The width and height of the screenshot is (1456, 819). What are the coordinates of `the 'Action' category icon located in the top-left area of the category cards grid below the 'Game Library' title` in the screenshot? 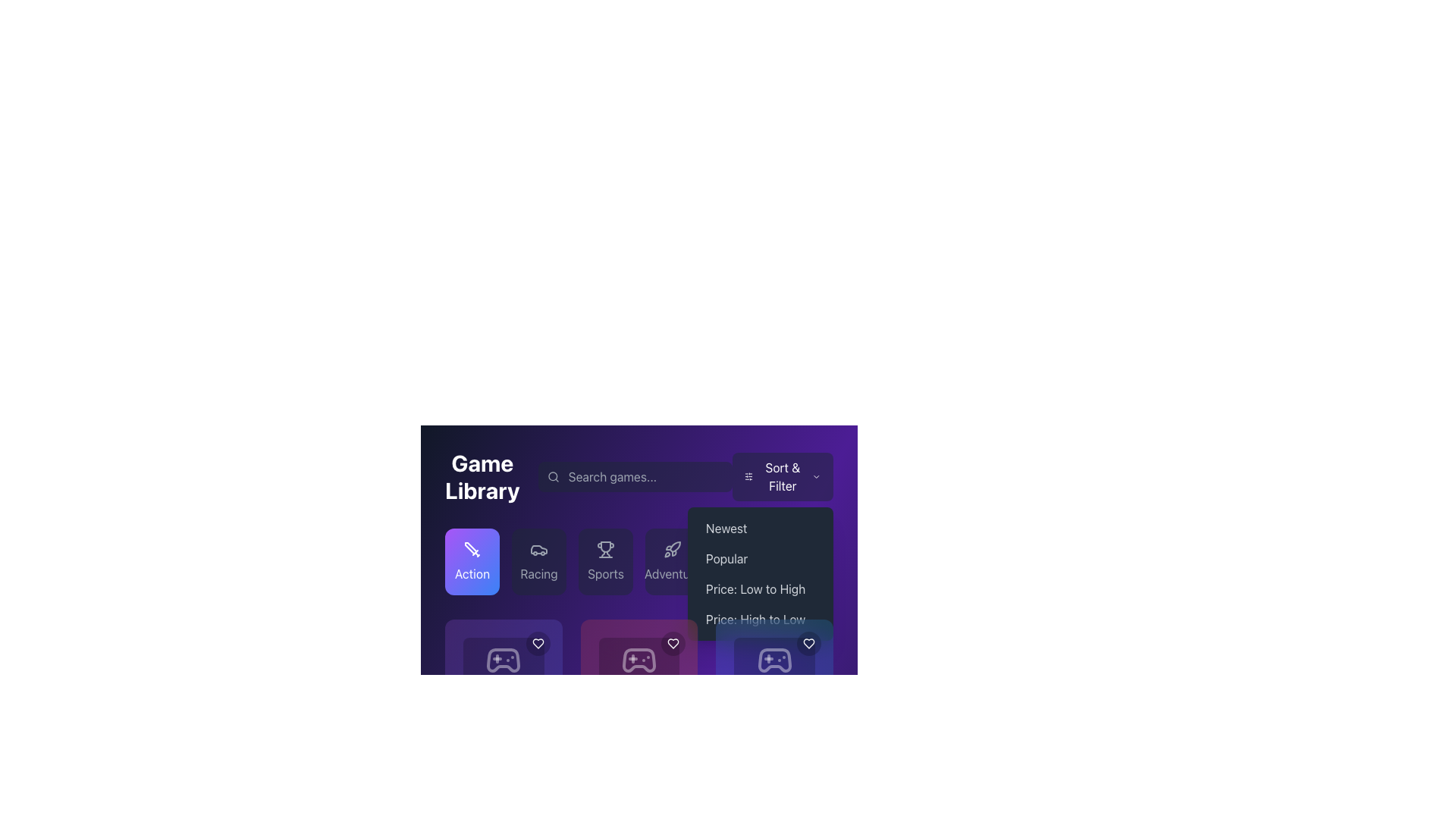 It's located at (472, 550).